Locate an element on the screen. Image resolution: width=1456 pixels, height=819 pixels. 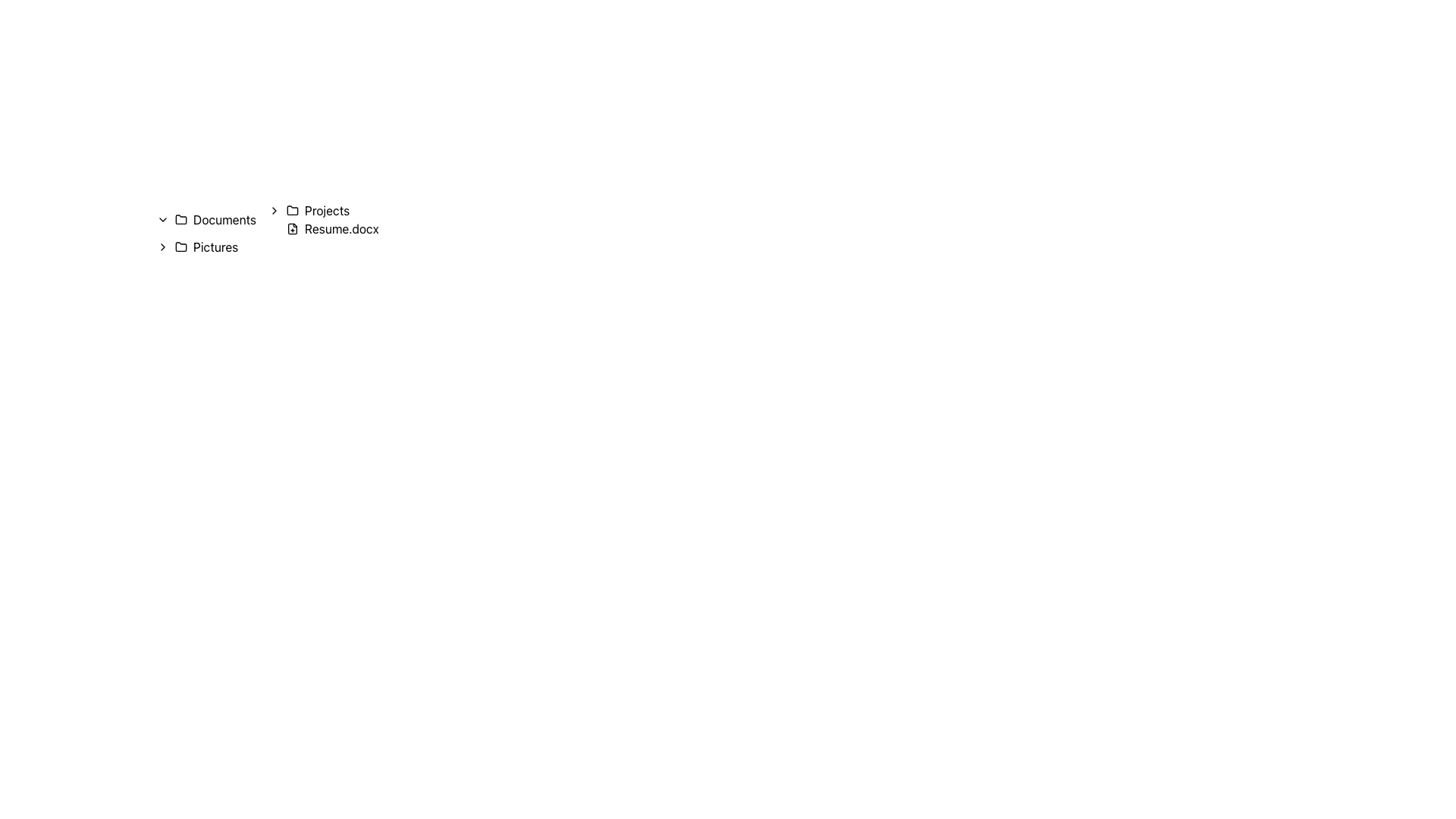
the file icon located immediately to the left of the text 'Resume.docx' within the 'Projects' list is located at coordinates (292, 228).